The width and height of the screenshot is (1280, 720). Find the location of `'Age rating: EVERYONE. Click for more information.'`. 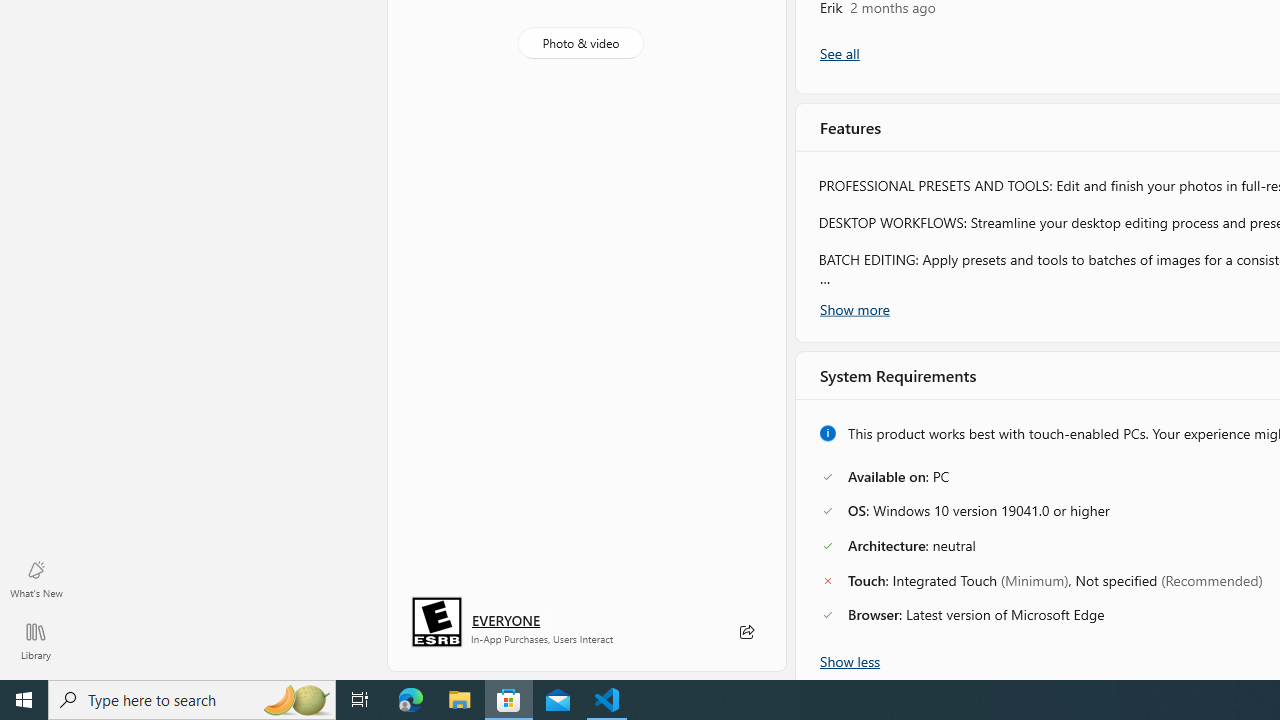

'Age rating: EVERYONE. Click for more information.' is located at coordinates (506, 618).